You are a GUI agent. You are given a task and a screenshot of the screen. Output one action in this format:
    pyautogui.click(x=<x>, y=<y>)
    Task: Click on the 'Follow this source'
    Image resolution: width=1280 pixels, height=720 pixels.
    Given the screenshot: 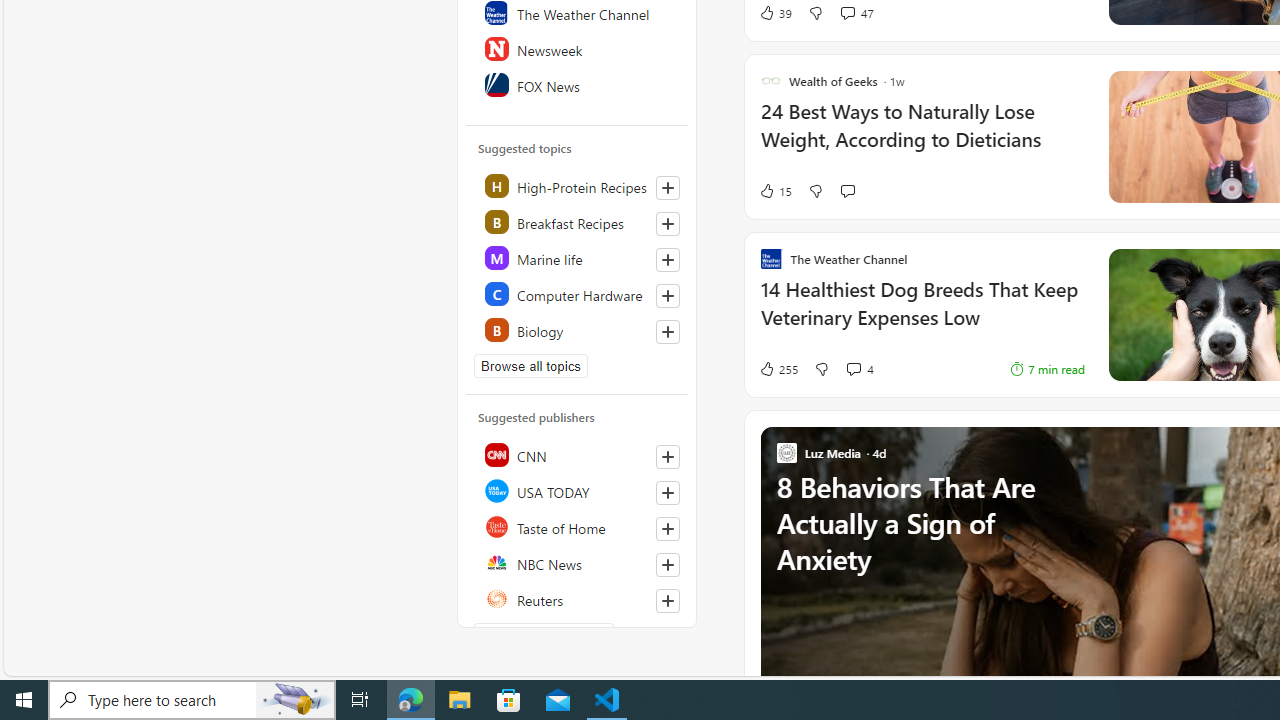 What is the action you would take?
    pyautogui.click(x=667, y=599)
    